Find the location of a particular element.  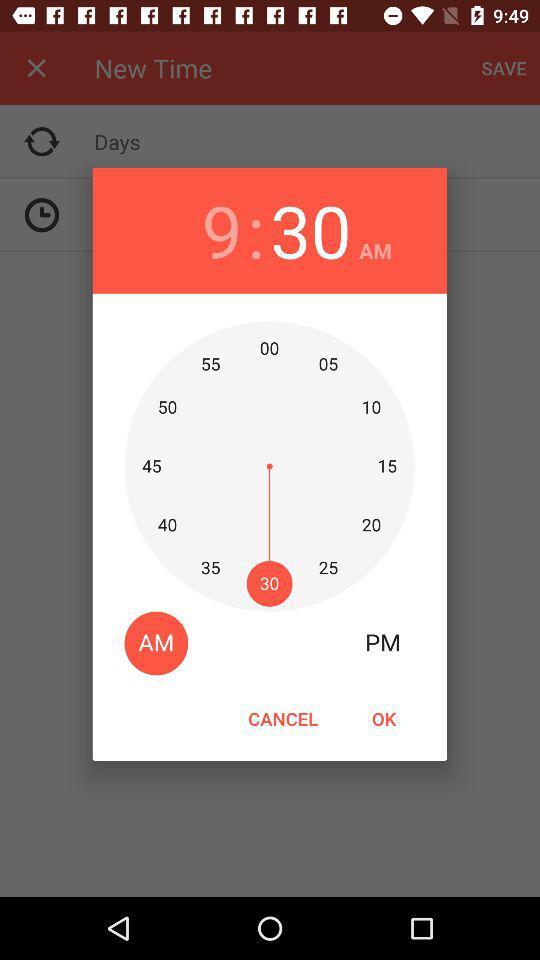

icon to the left of ok item is located at coordinates (282, 718).